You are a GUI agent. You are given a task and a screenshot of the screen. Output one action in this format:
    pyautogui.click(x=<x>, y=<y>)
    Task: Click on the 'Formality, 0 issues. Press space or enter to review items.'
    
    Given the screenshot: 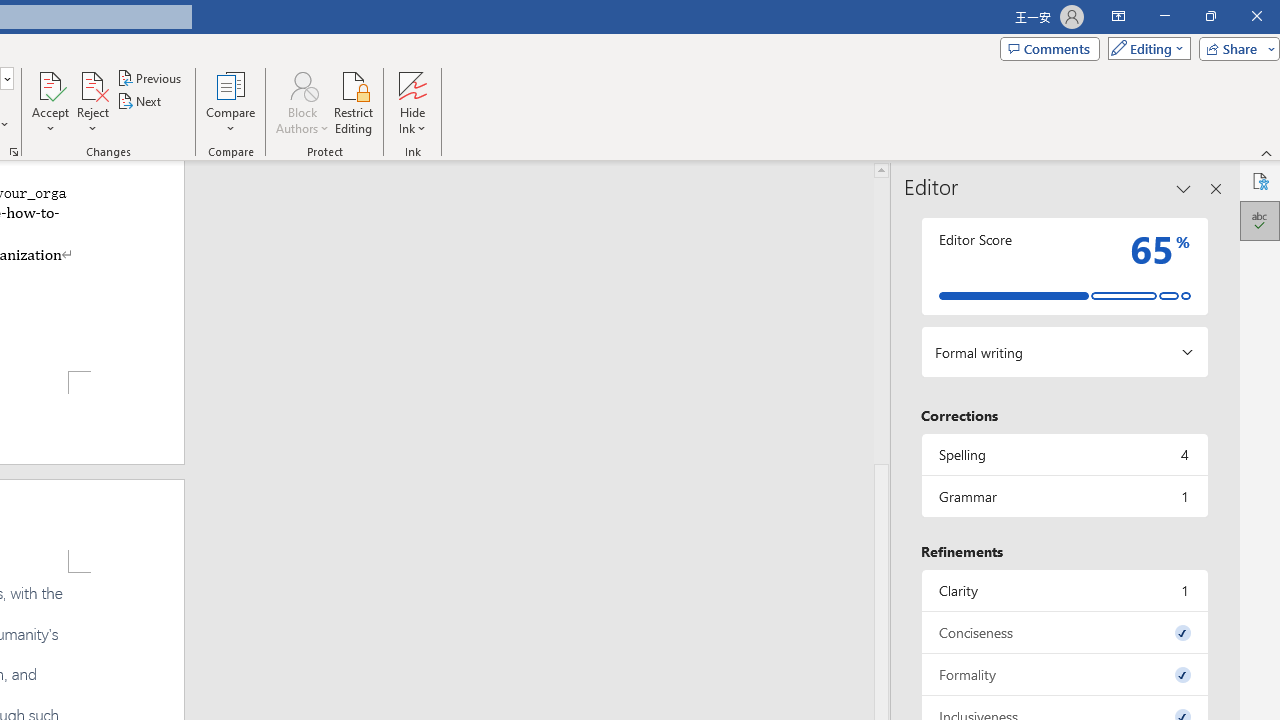 What is the action you would take?
    pyautogui.click(x=1063, y=674)
    